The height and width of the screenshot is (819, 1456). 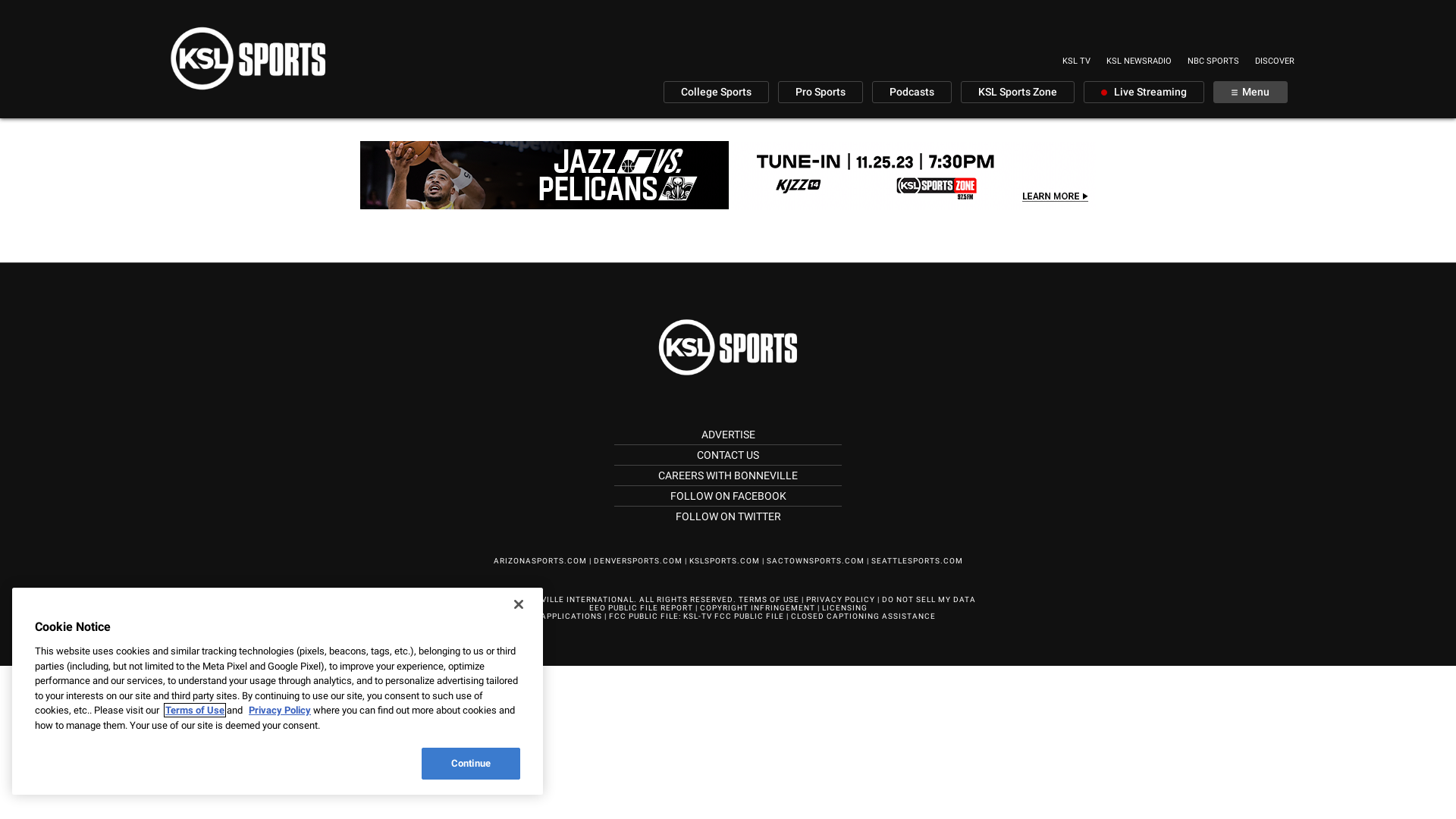 What do you see at coordinates (1139, 60) in the screenshot?
I see `'KSL NEWSRADIO'` at bounding box center [1139, 60].